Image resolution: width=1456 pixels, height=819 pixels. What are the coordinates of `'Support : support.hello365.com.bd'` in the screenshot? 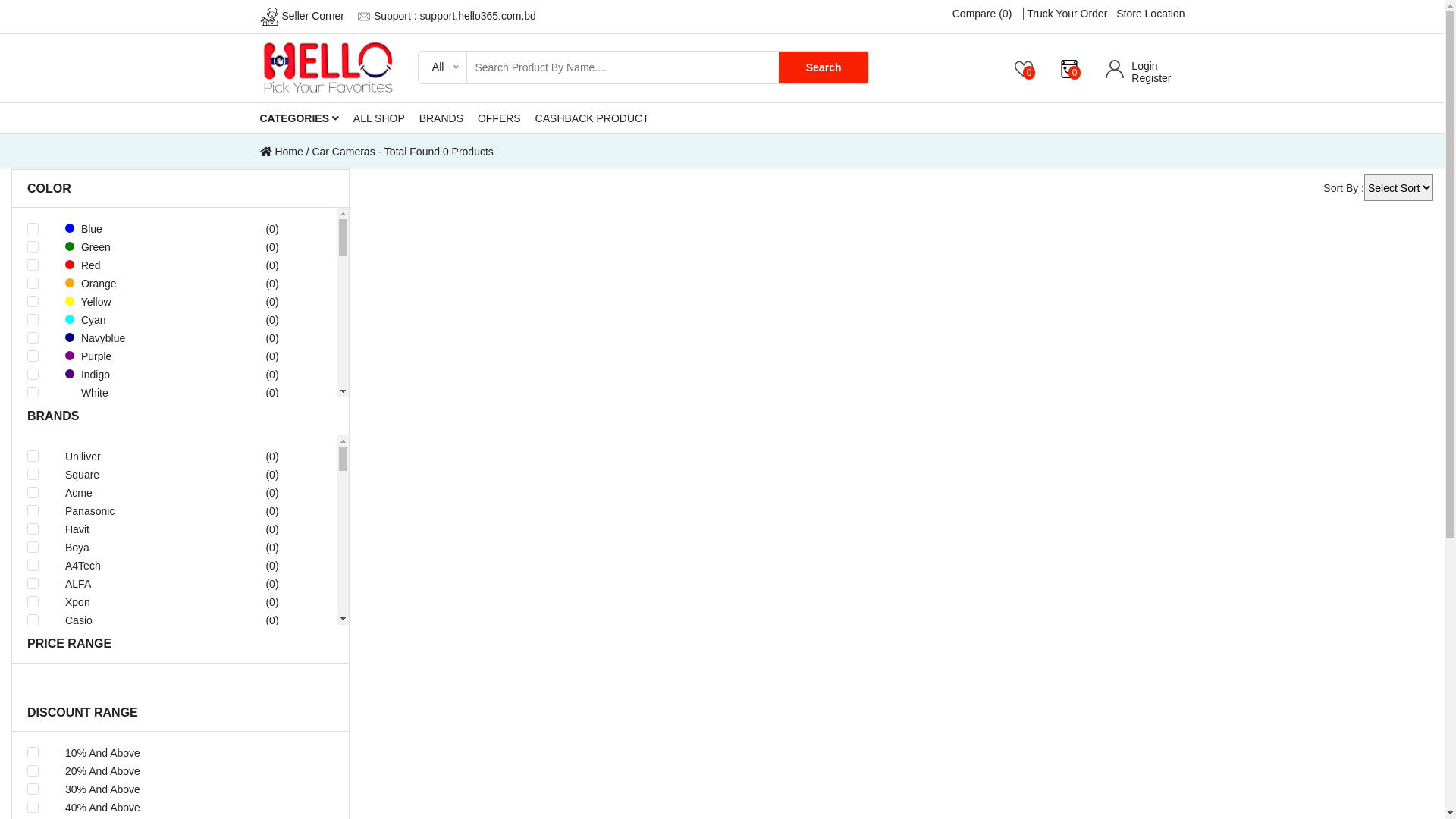 It's located at (446, 15).